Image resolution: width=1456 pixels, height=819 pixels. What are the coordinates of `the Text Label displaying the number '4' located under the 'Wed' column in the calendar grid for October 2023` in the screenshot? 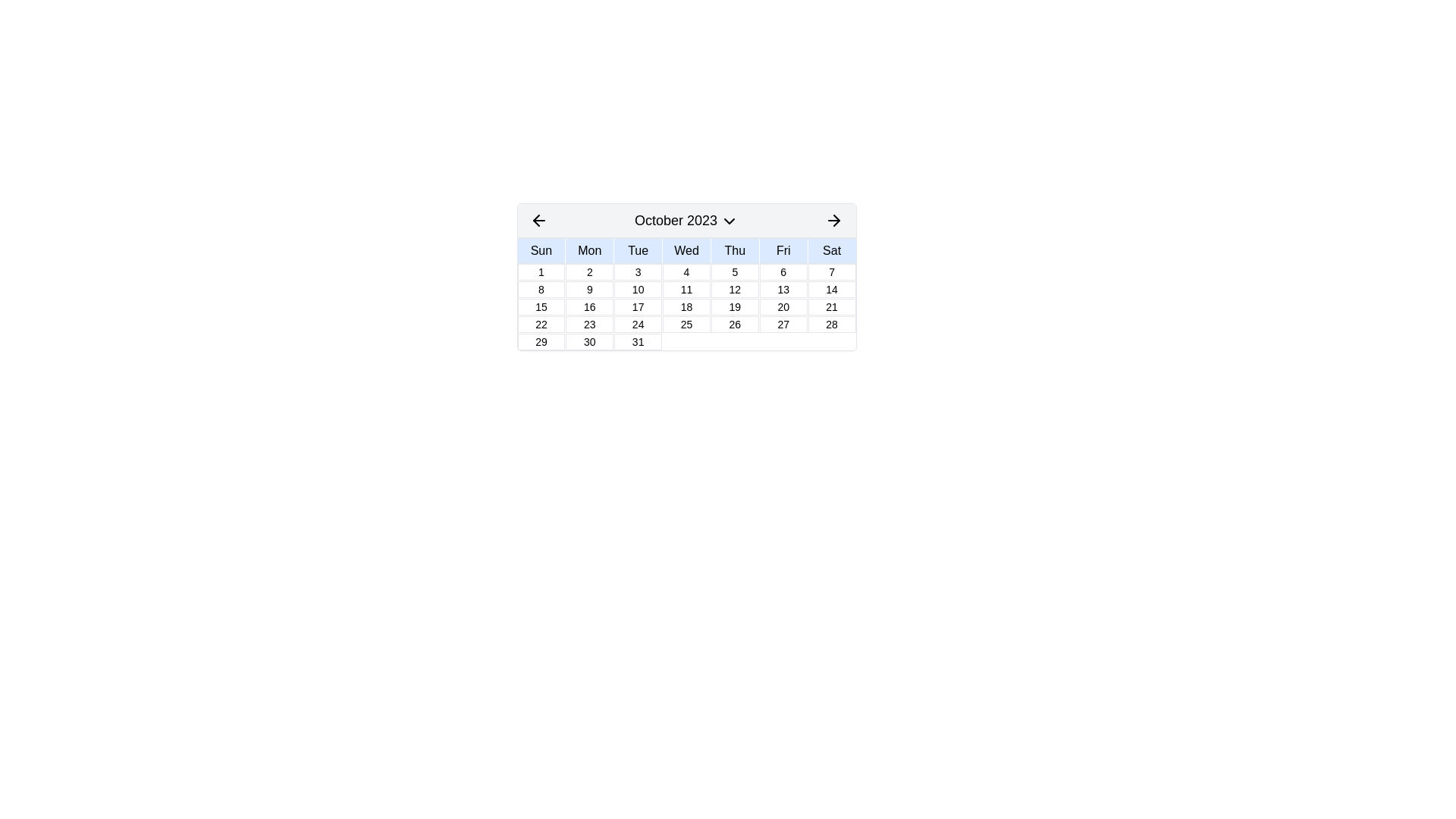 It's located at (686, 271).